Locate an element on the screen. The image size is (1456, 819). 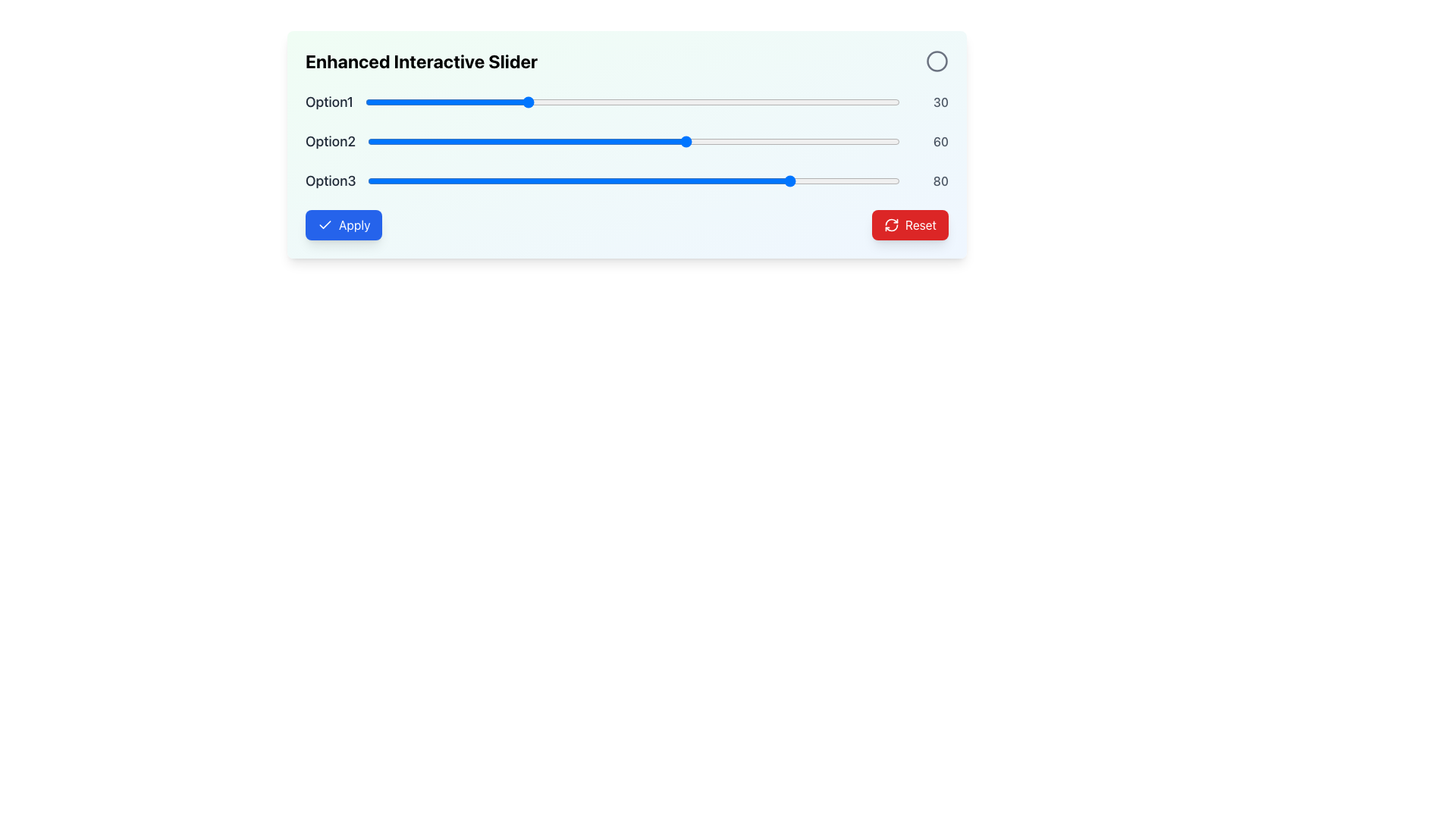
the value of the slider is located at coordinates (504, 102).